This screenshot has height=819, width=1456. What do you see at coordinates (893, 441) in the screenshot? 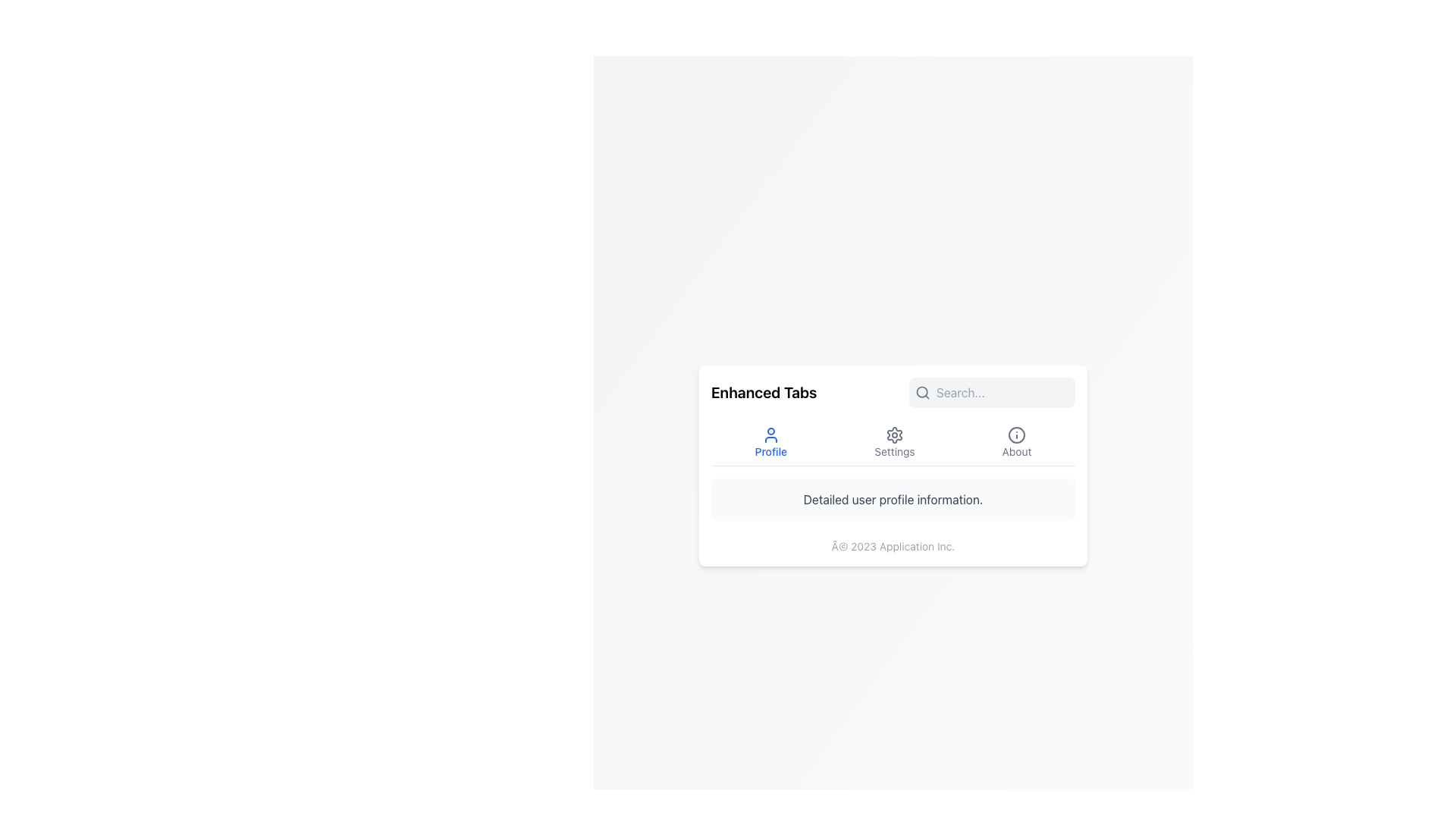
I see `the 'Settings' button in the horizontal navigation bar` at bounding box center [893, 441].